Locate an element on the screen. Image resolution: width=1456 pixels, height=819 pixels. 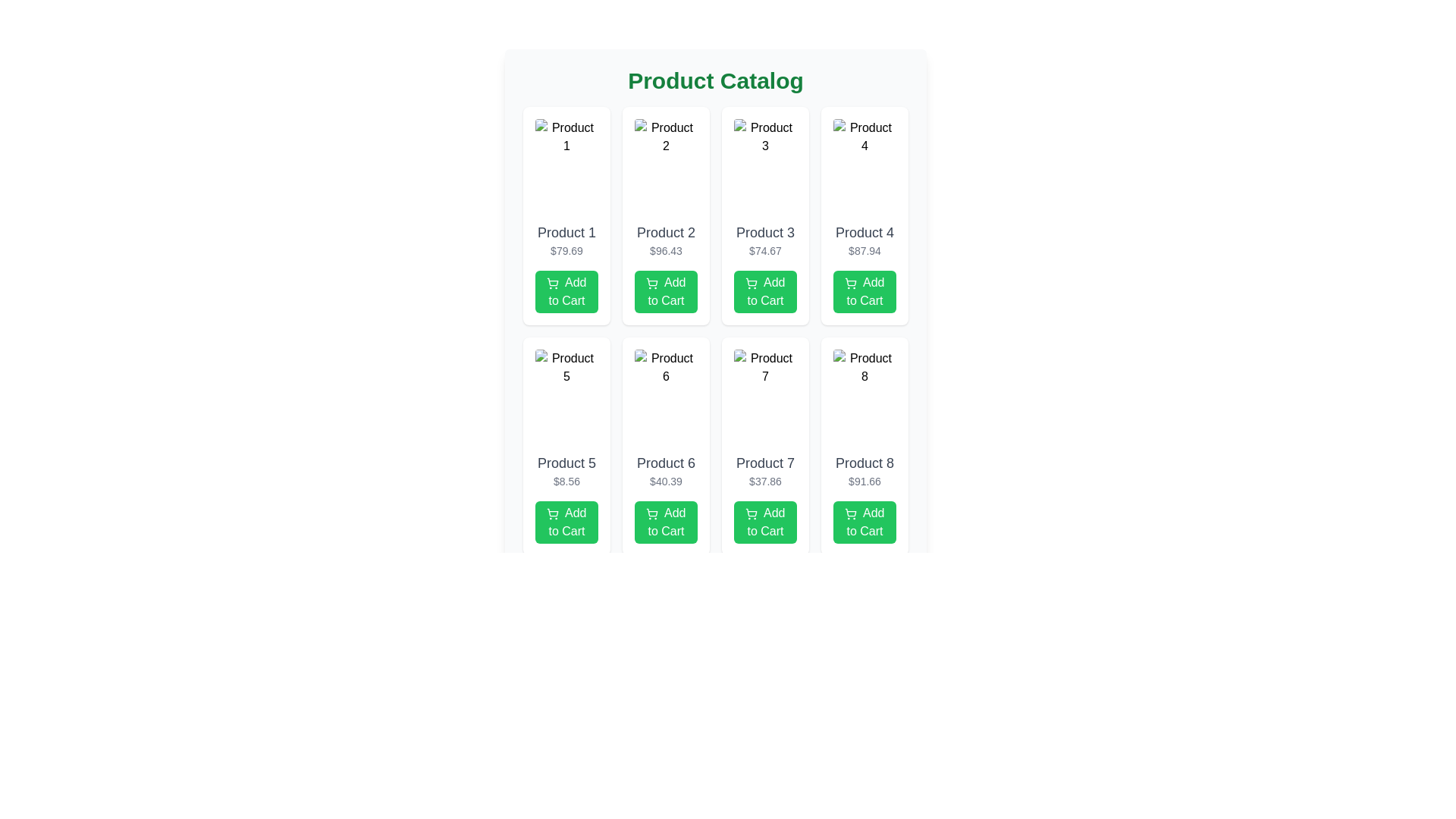
the 'Add to Cart' button, which is a rectangular button with rounded corners, displaying white text and a shopping cart icon, located at the bottom of the product card is located at coordinates (864, 522).